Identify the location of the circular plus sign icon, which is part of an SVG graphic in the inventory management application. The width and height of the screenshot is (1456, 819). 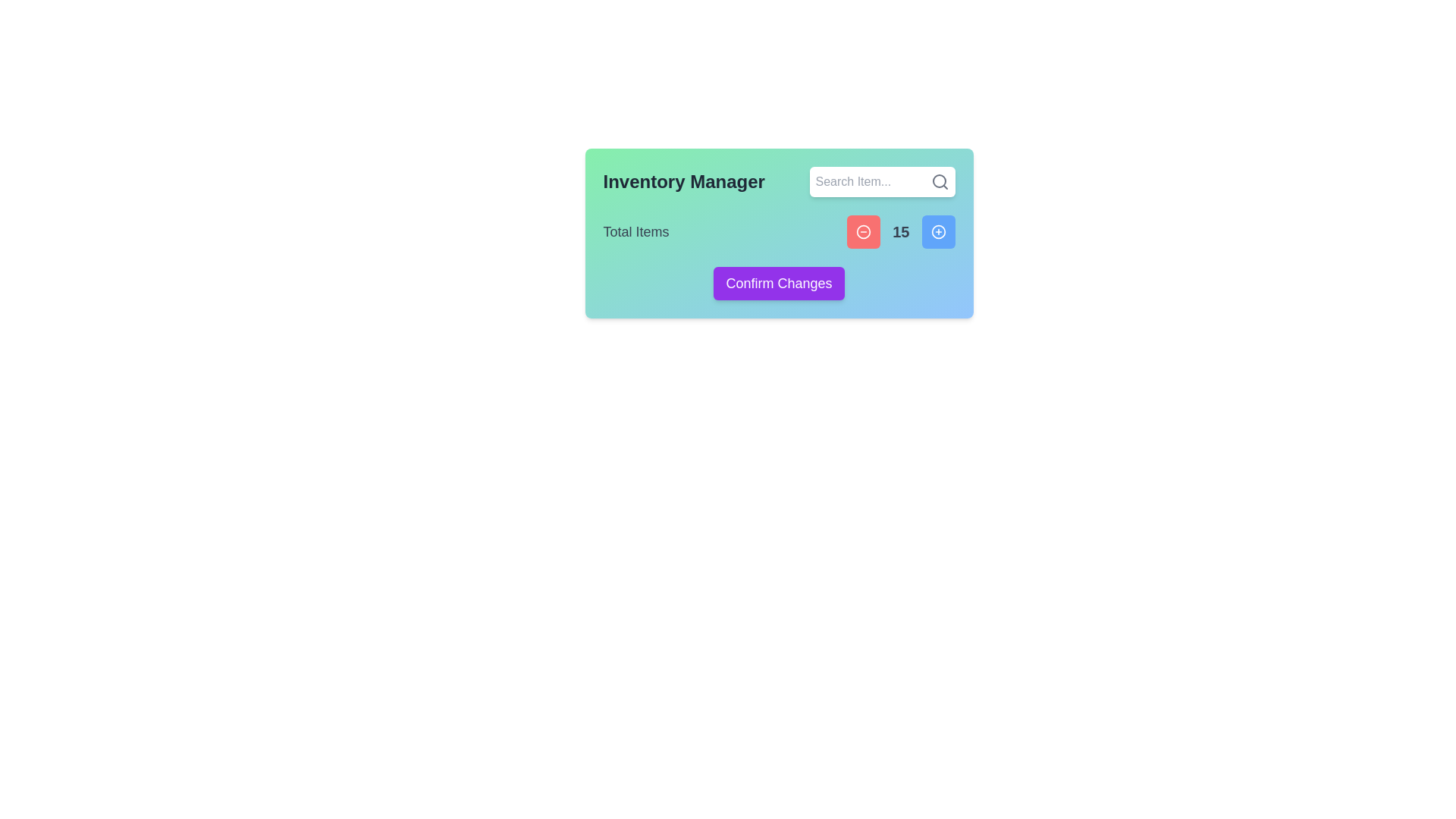
(937, 231).